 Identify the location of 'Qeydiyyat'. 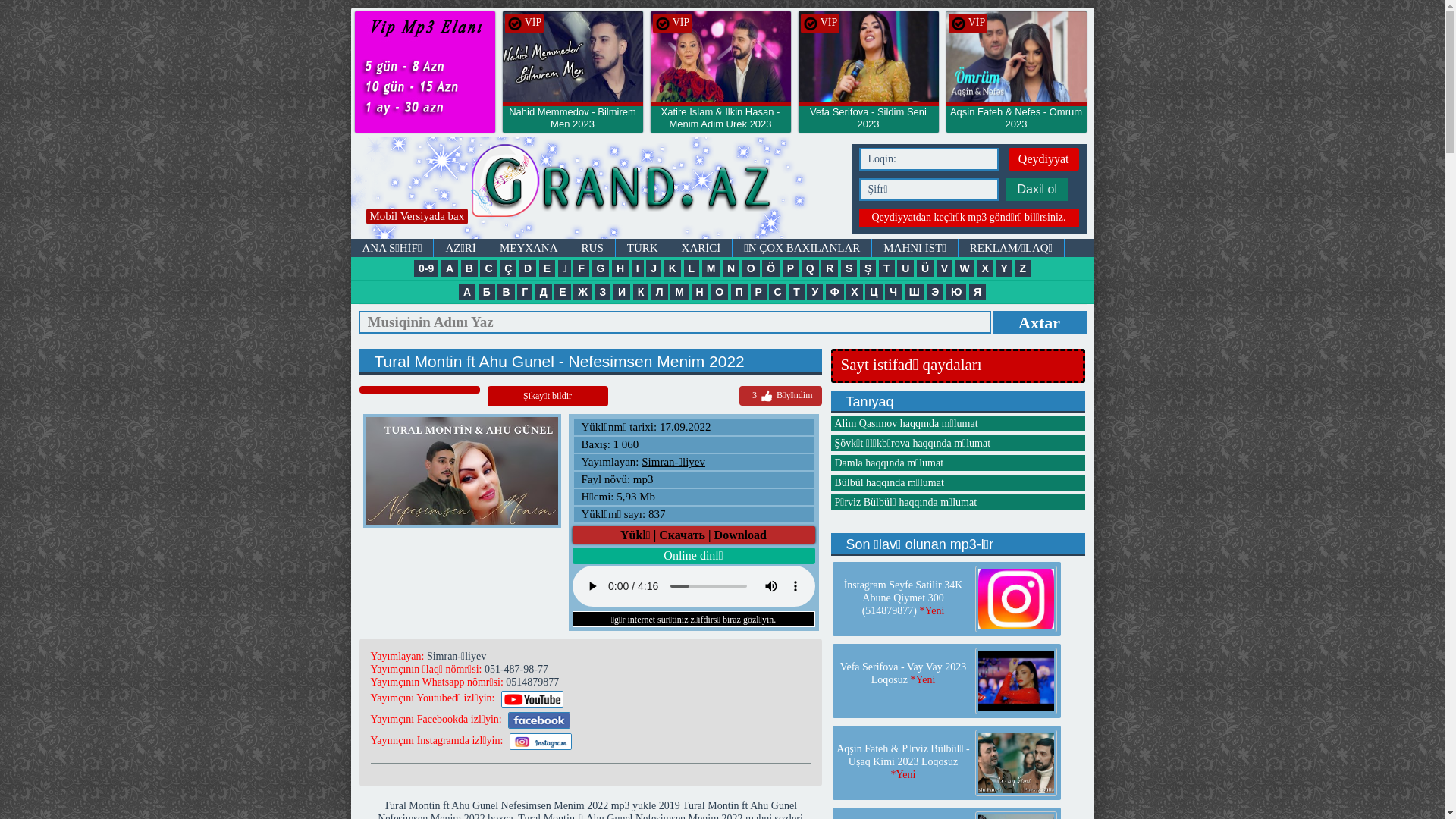
(1043, 158).